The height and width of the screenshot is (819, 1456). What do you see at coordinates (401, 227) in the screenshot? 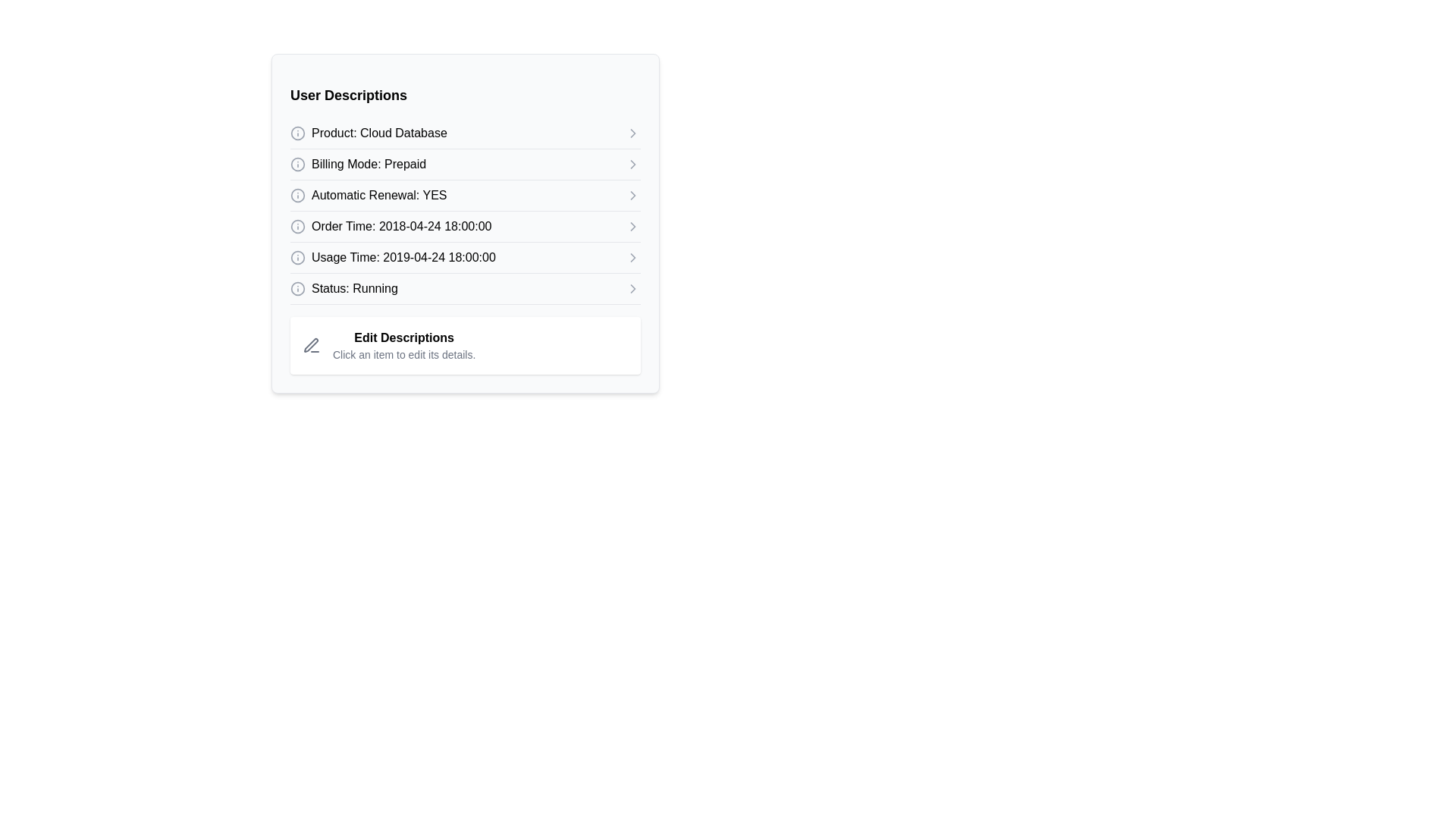
I see `the fourth text label in the 'User Descriptions' panel that conveys the order time information, located between 'Automatic Renewal: YES' and 'Usage Time: 2019-04-24 18:00:00'` at bounding box center [401, 227].